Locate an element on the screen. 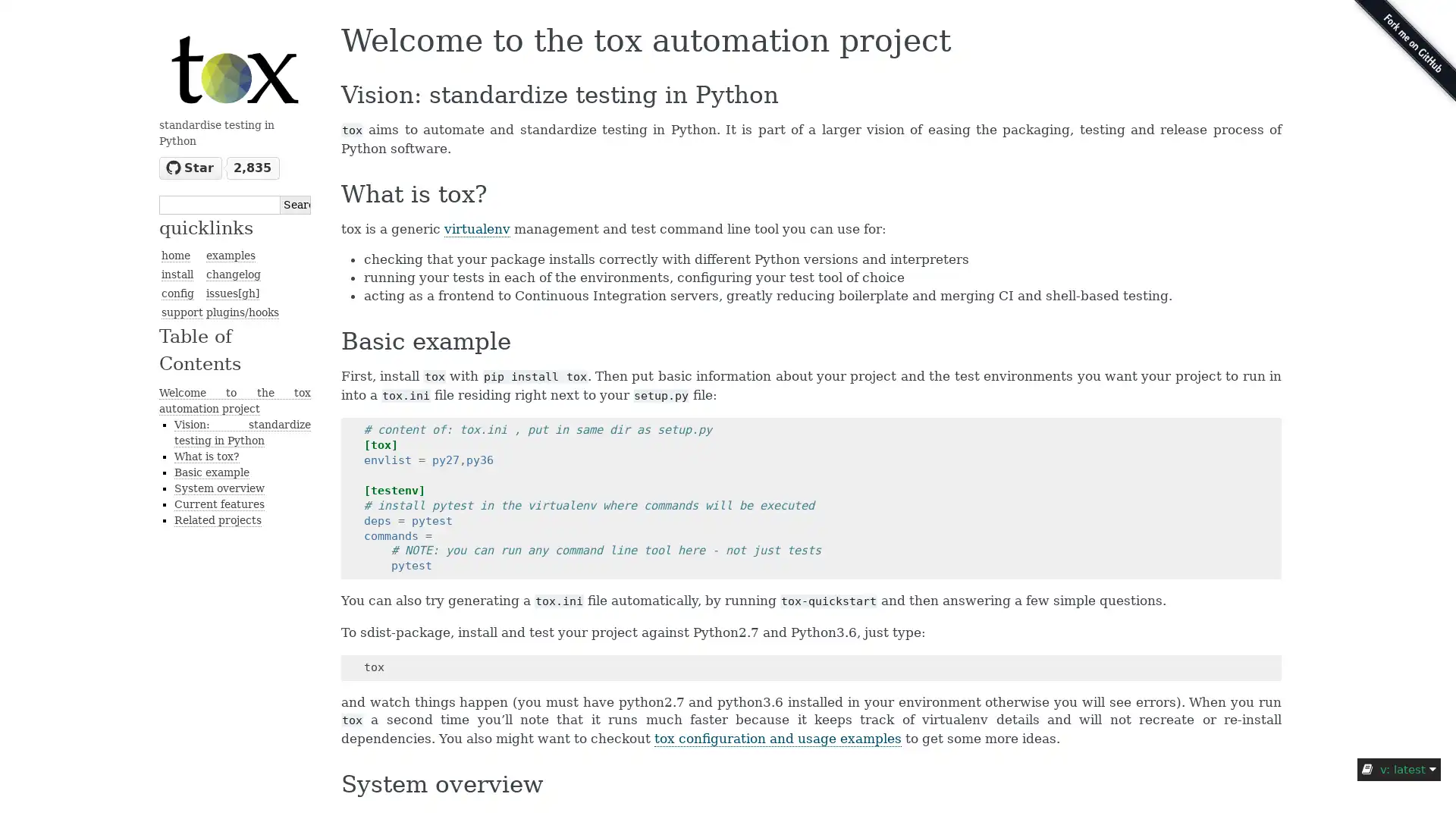 This screenshot has width=1456, height=819. Search is located at coordinates (295, 203).